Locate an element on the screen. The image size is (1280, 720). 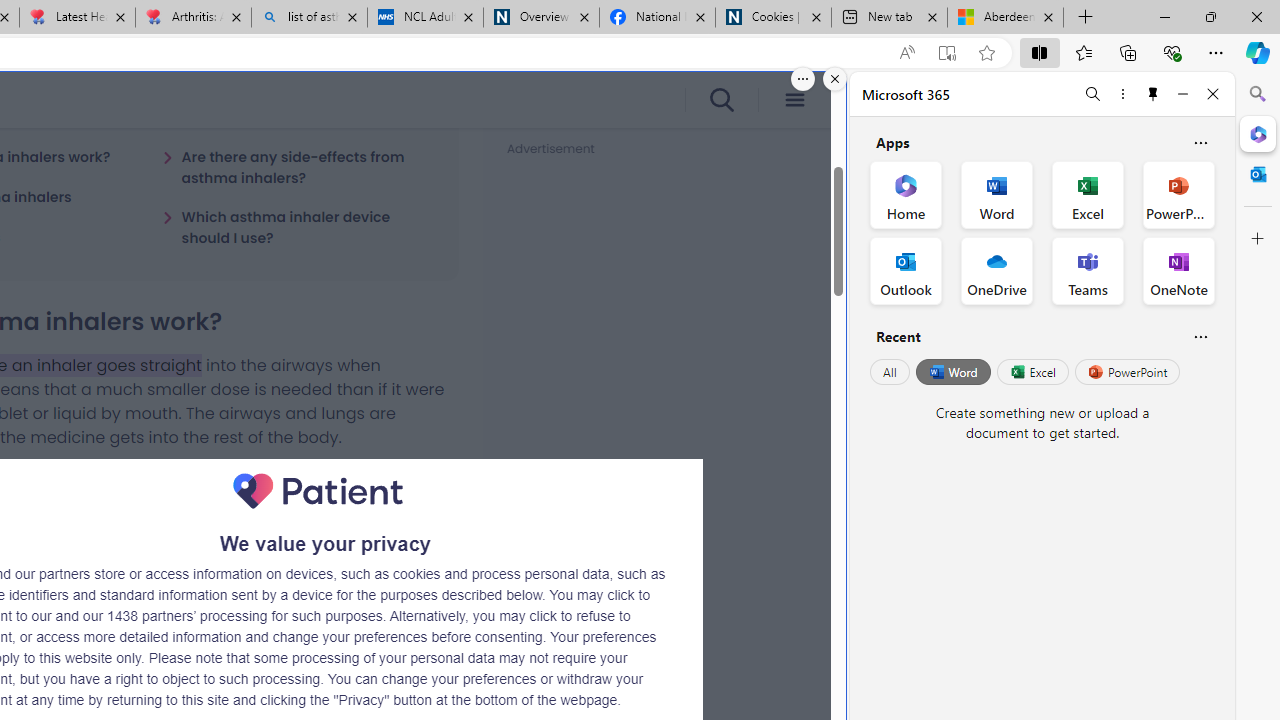
'Aberdeen, Hong Kong SAR hourly forecast | Microsoft Weather' is located at coordinates (1006, 17).